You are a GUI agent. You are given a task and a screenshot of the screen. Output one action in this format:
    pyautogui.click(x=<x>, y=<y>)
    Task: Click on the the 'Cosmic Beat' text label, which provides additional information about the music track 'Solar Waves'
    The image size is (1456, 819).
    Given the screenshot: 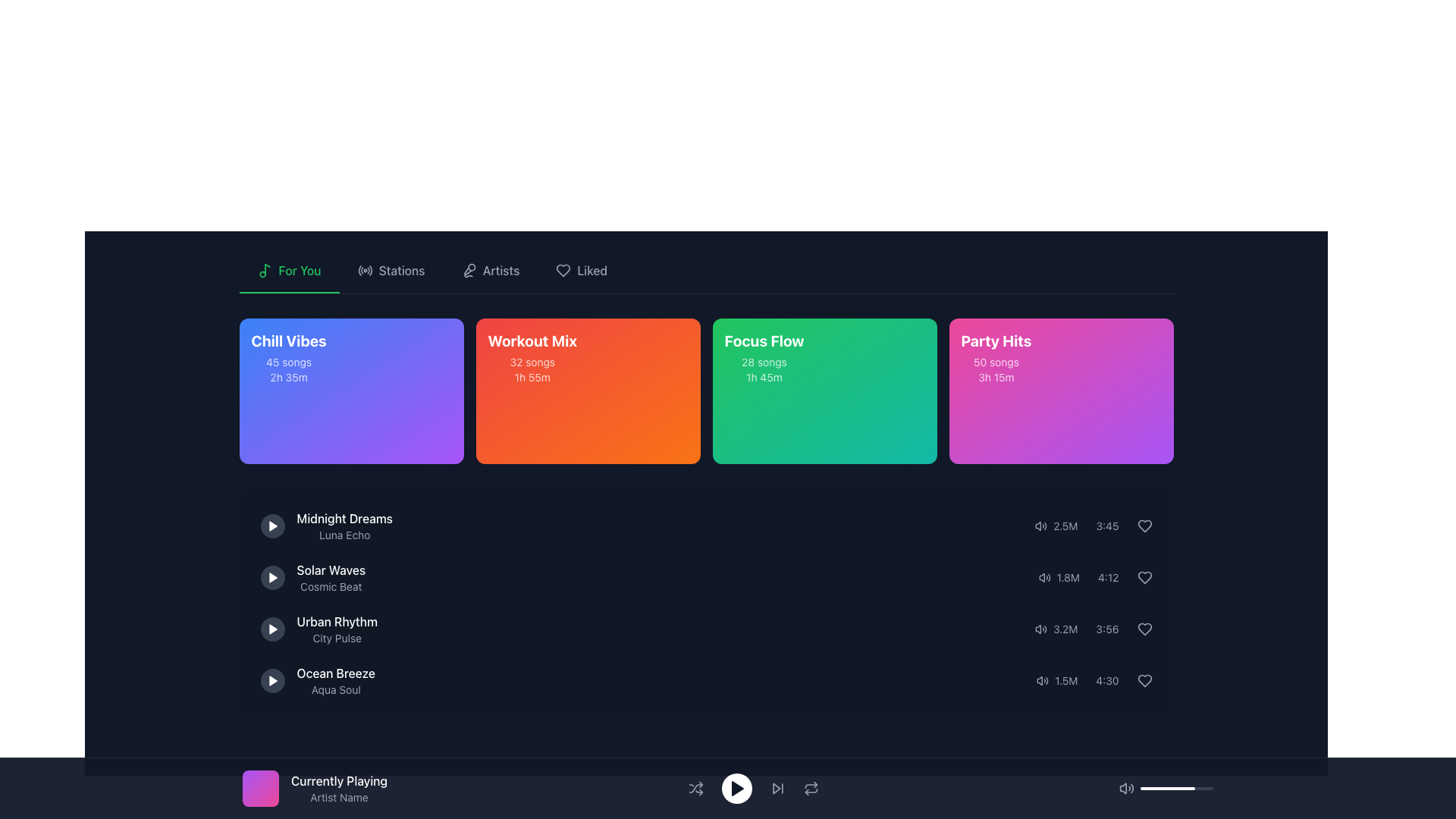 What is the action you would take?
    pyautogui.click(x=330, y=586)
    